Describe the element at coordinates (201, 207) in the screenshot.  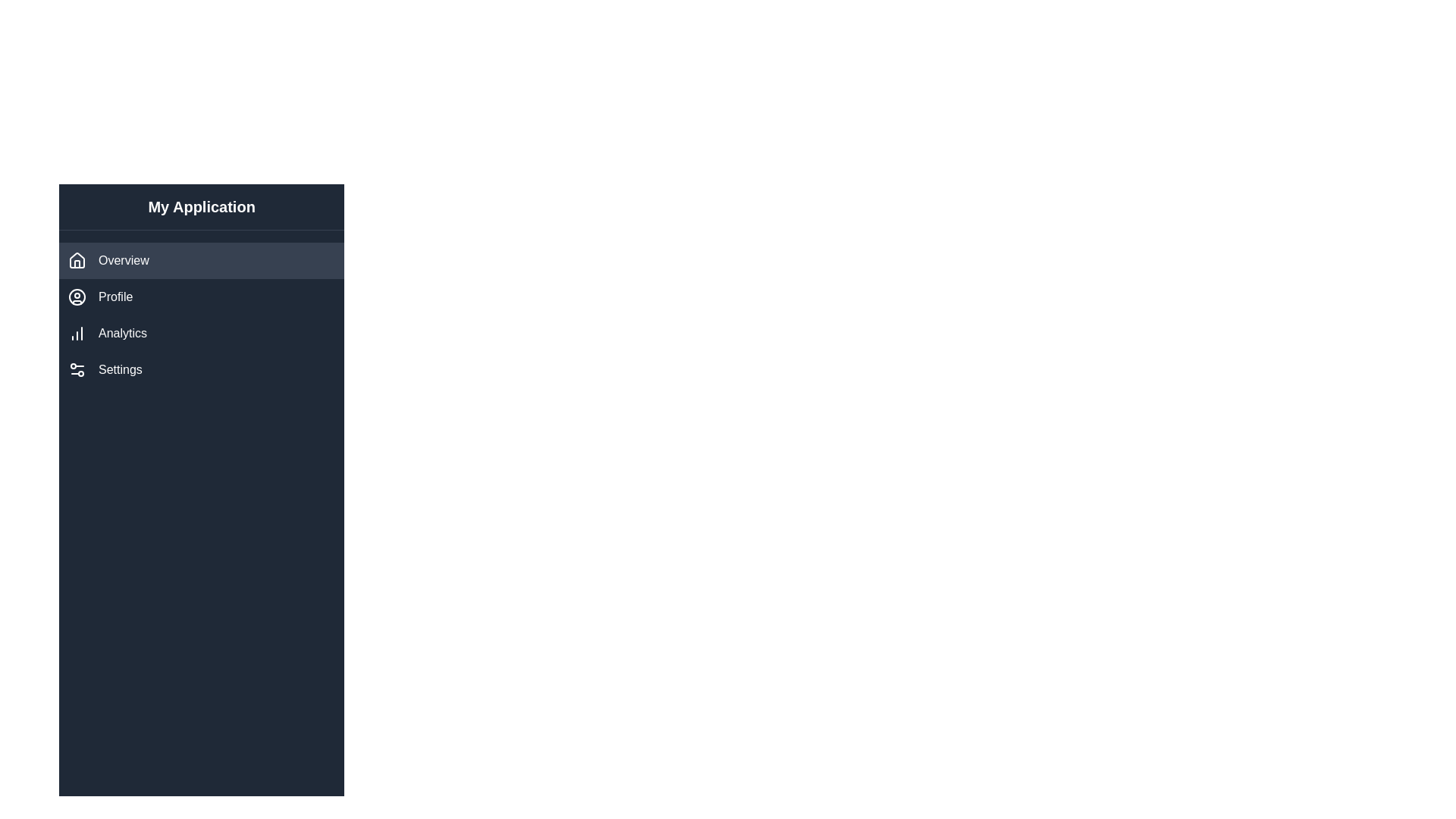
I see `the 'My Application' text label located at the top of the sidebar, which features bold text and a dark background` at that location.